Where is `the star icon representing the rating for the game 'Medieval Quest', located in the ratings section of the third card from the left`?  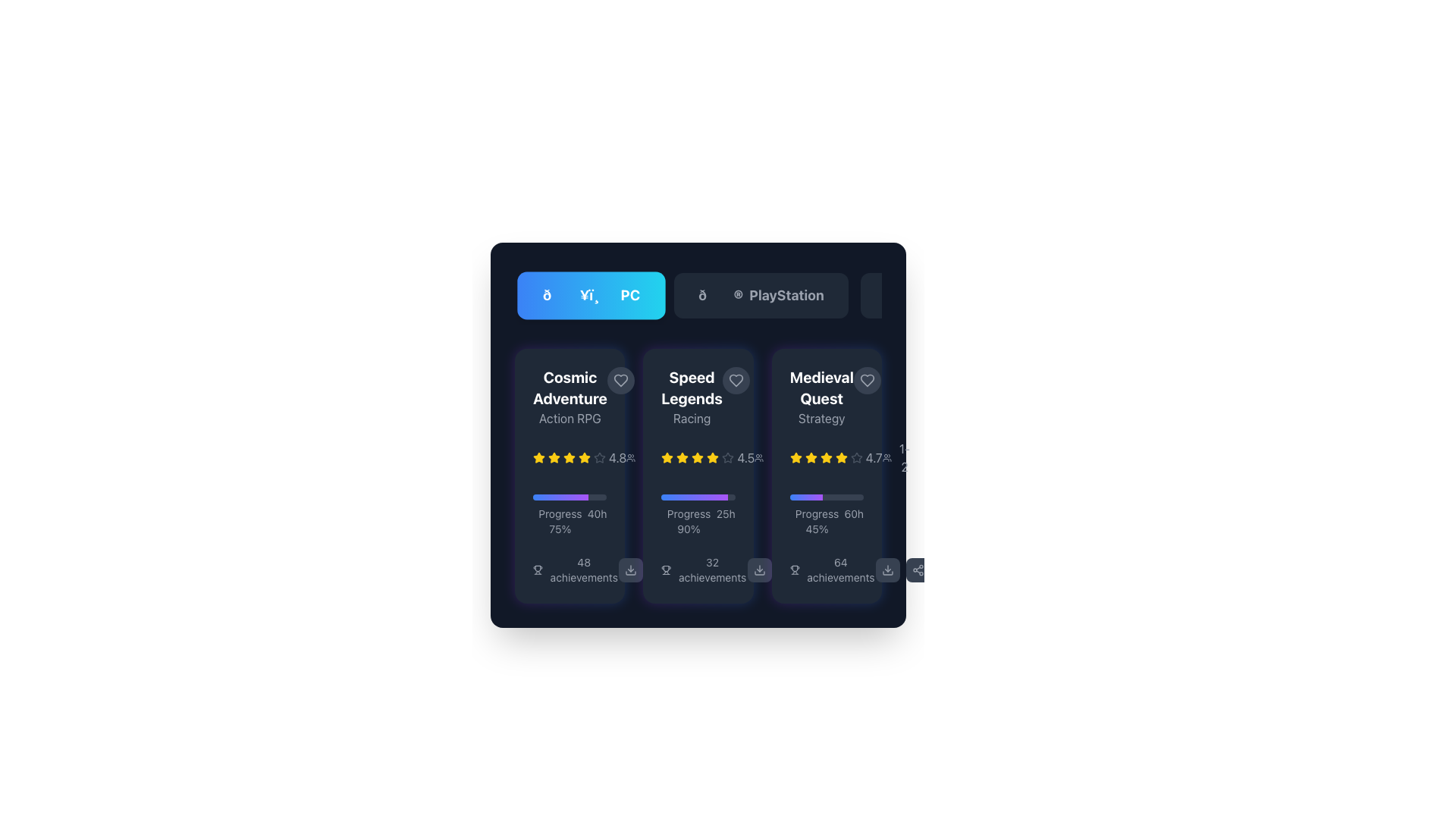
the star icon representing the rating for the game 'Medieval Quest', located in the ratings section of the third card from the left is located at coordinates (795, 457).